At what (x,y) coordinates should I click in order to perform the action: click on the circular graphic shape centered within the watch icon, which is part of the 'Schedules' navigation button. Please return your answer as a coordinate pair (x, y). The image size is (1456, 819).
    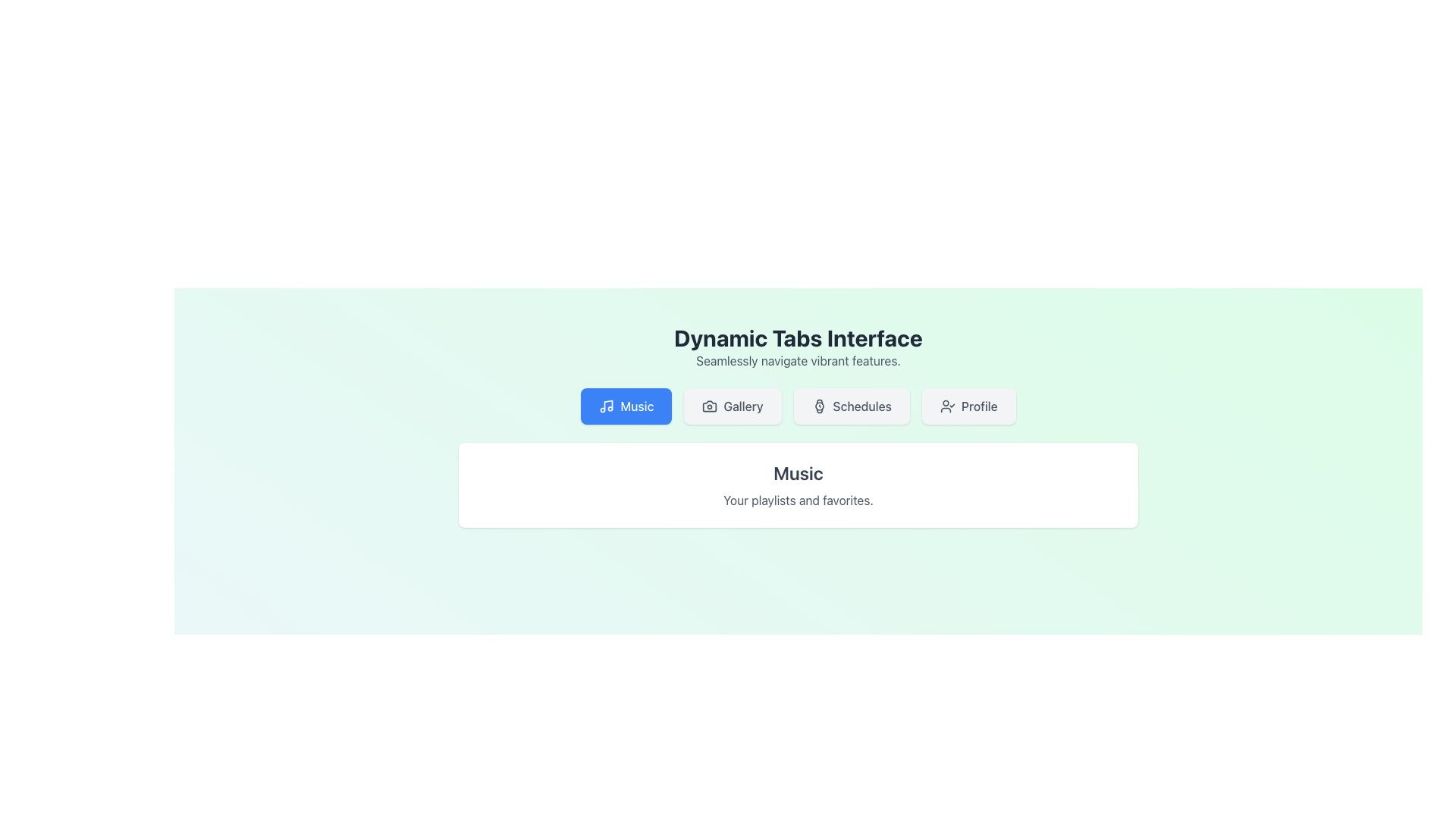
    Looking at the image, I should click on (818, 406).